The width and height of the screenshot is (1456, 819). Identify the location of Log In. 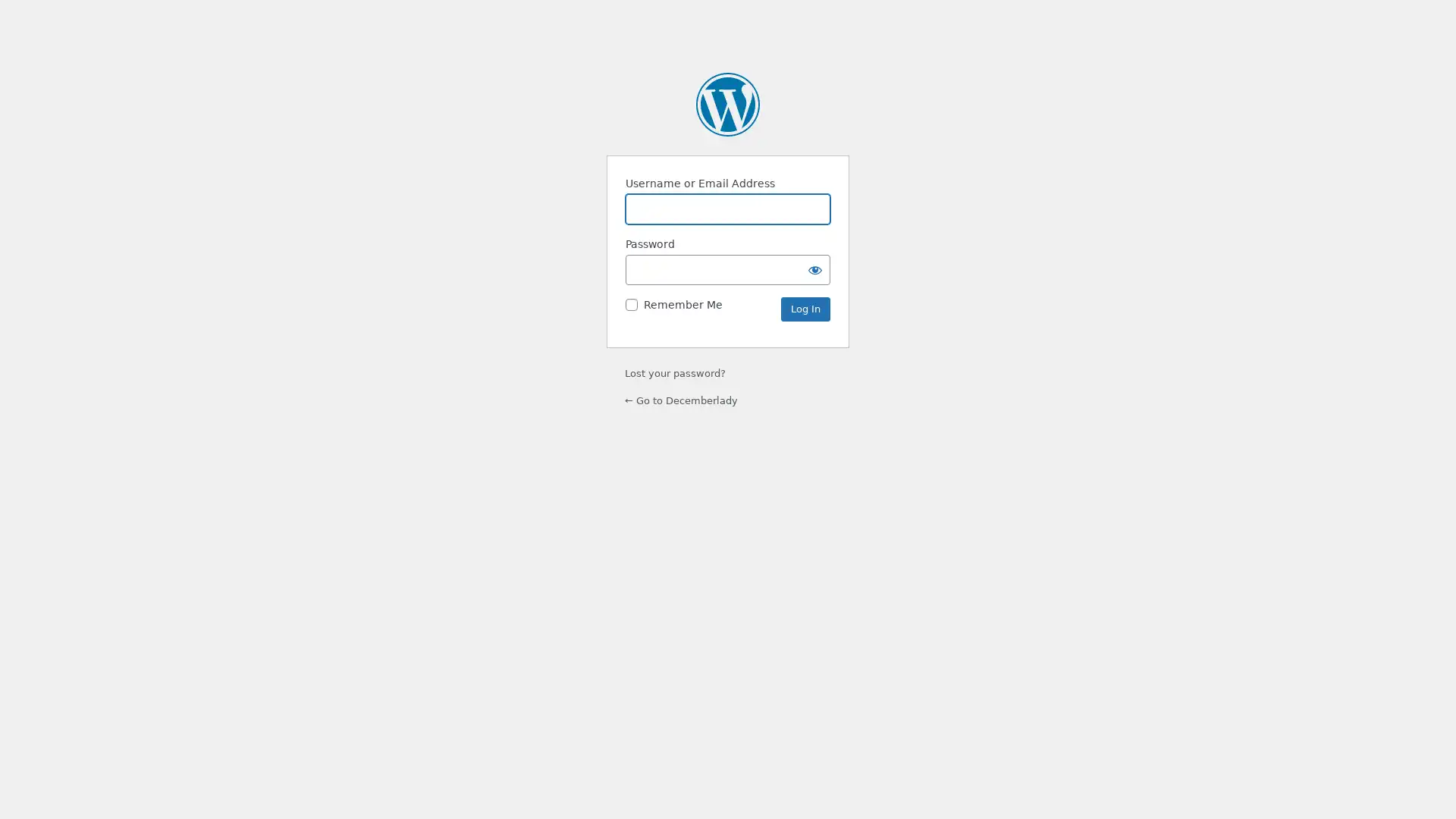
(805, 309).